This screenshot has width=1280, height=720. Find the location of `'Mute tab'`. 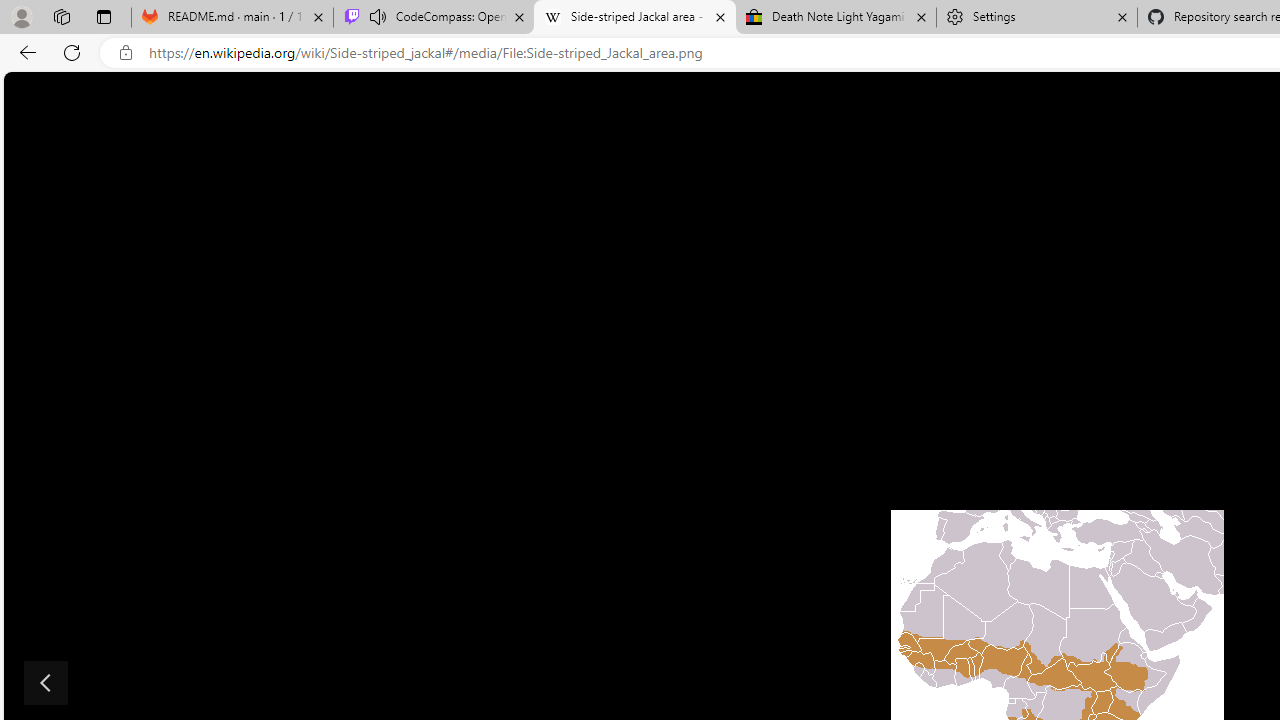

'Mute tab' is located at coordinates (378, 16).